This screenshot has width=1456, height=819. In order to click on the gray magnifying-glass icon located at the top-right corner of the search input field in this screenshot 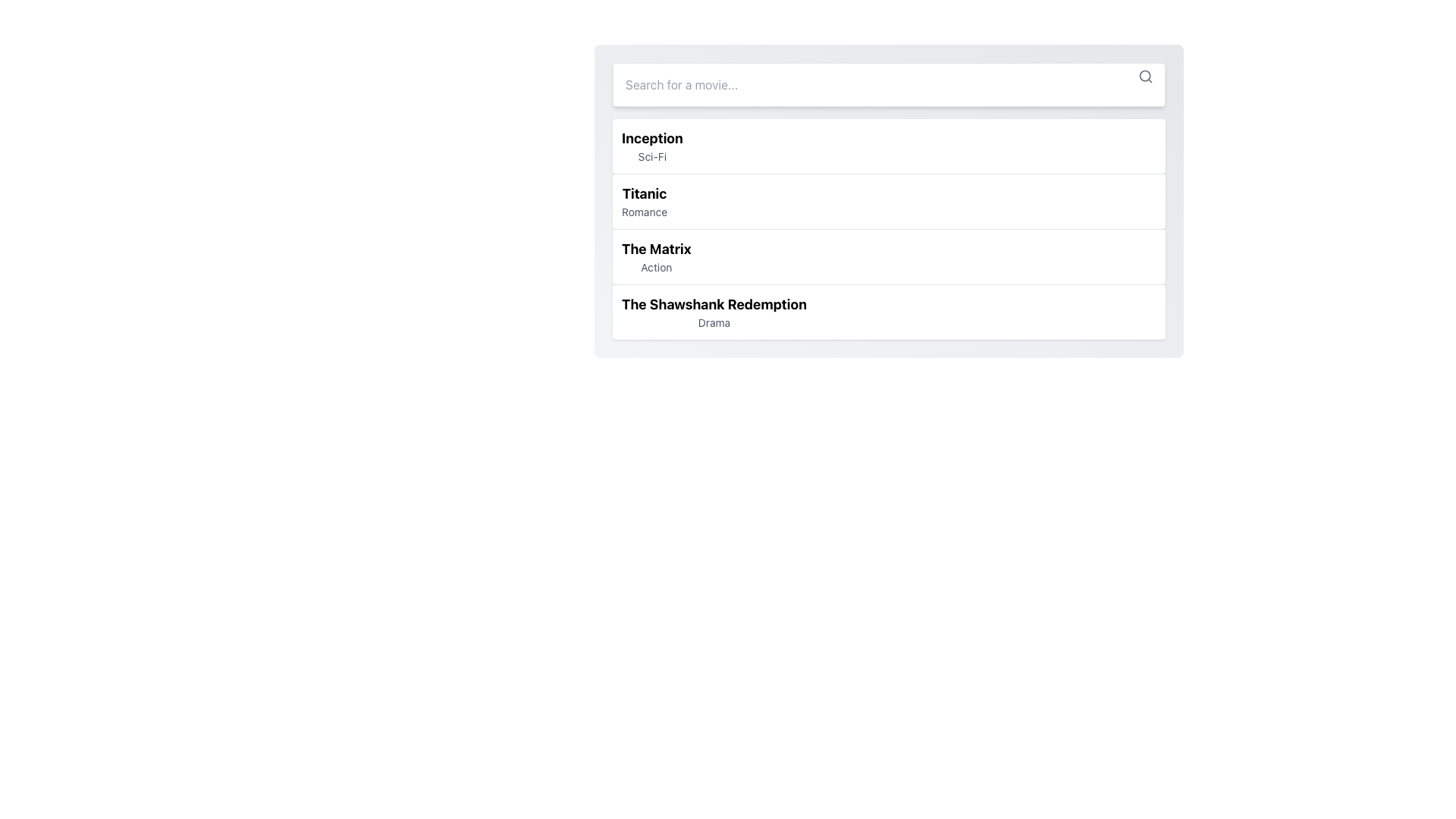, I will do `click(1146, 76)`.